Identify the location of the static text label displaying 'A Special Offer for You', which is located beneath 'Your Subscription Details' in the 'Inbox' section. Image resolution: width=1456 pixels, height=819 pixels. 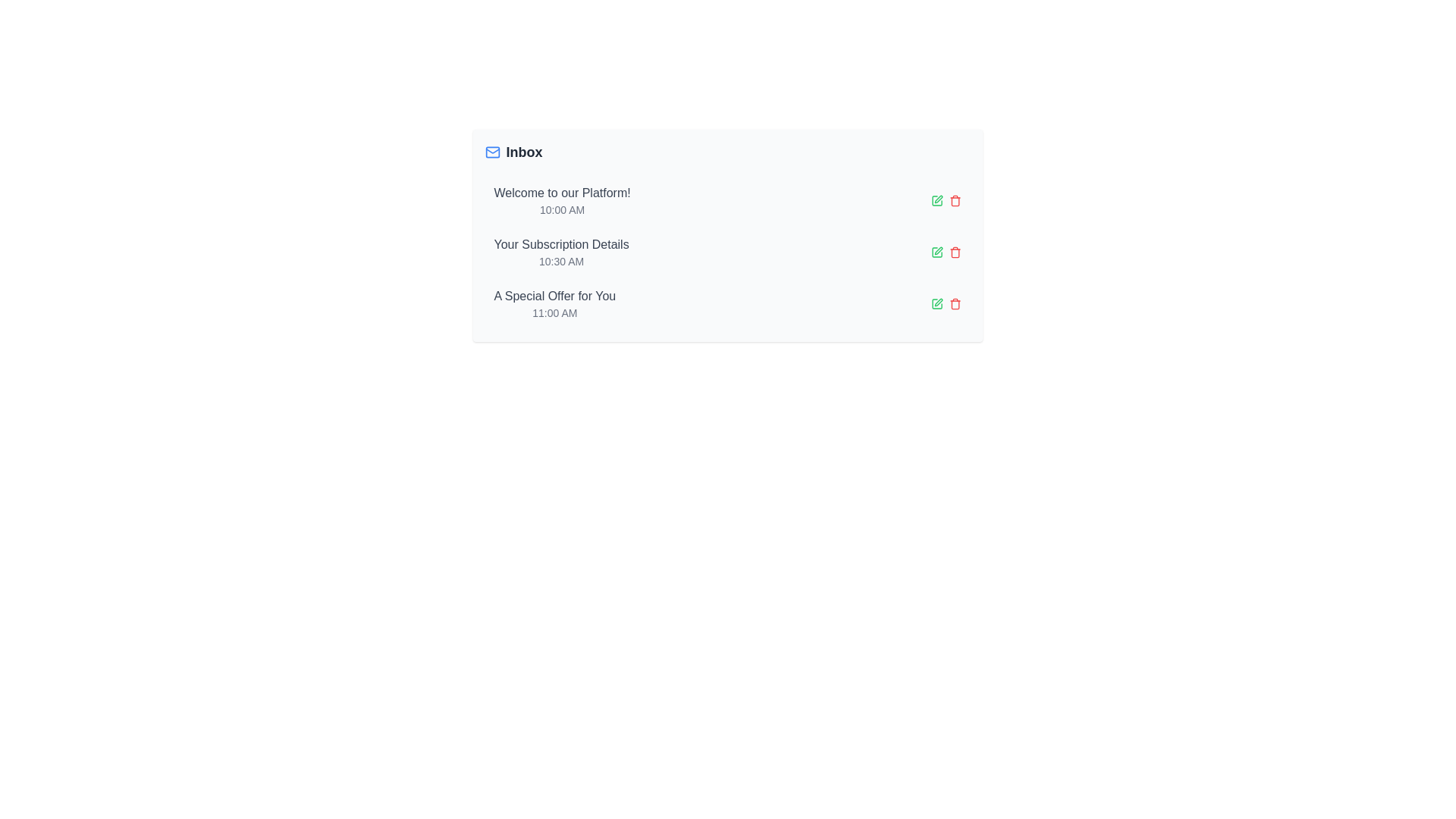
(554, 296).